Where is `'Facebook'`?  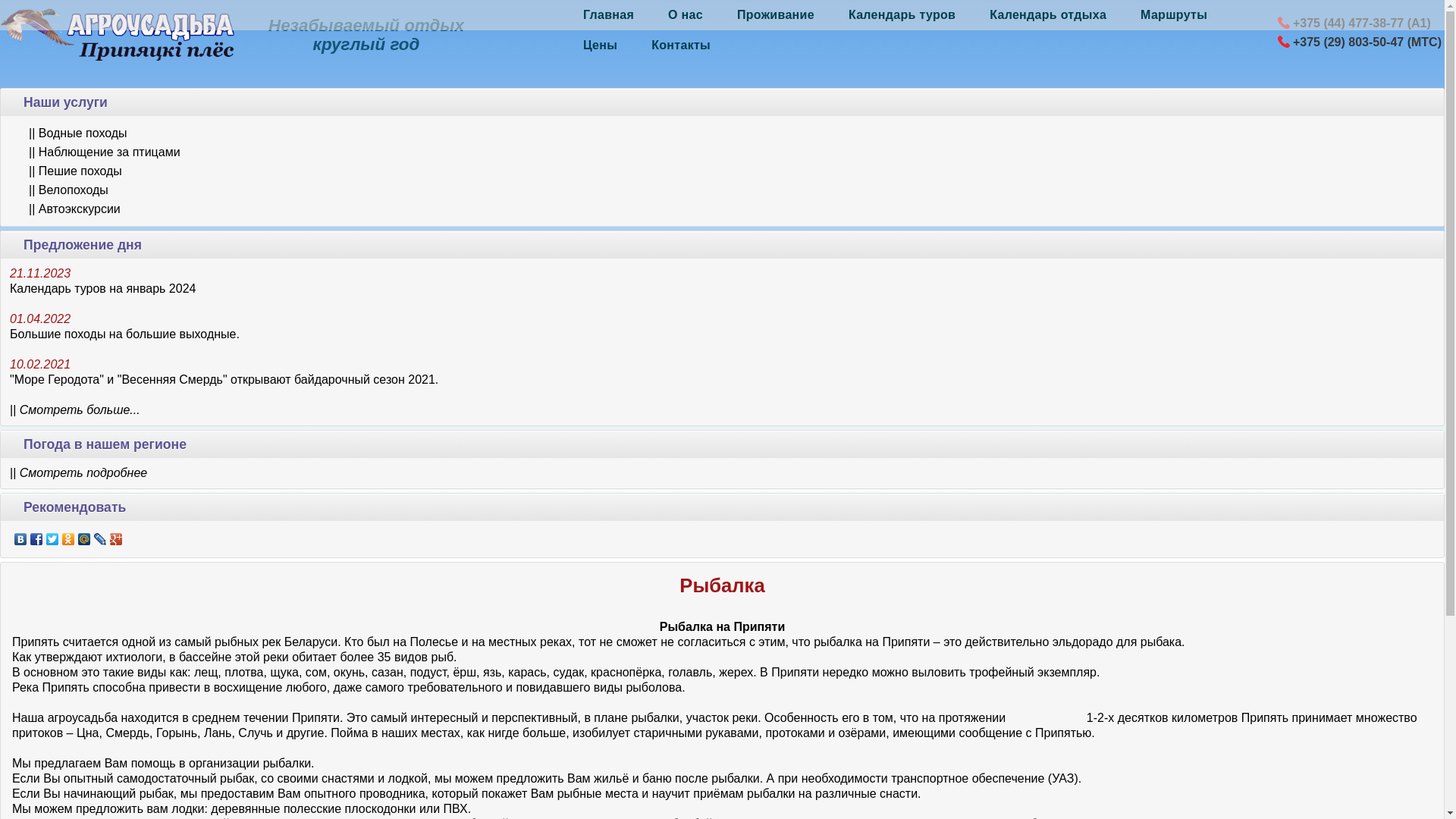
'Facebook' is located at coordinates (36, 538).